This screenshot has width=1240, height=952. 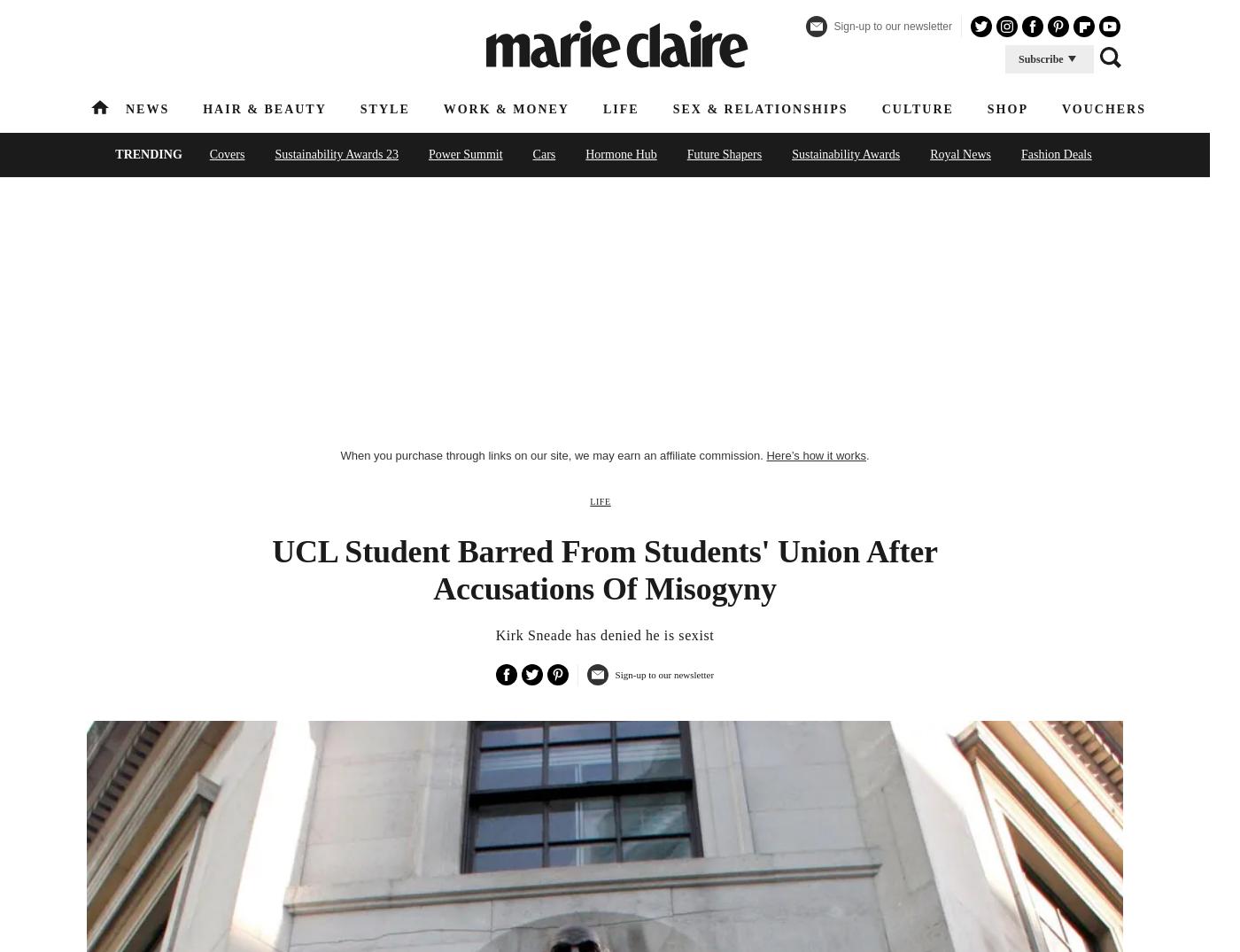 I want to click on 'View', so click(x=712, y=307).